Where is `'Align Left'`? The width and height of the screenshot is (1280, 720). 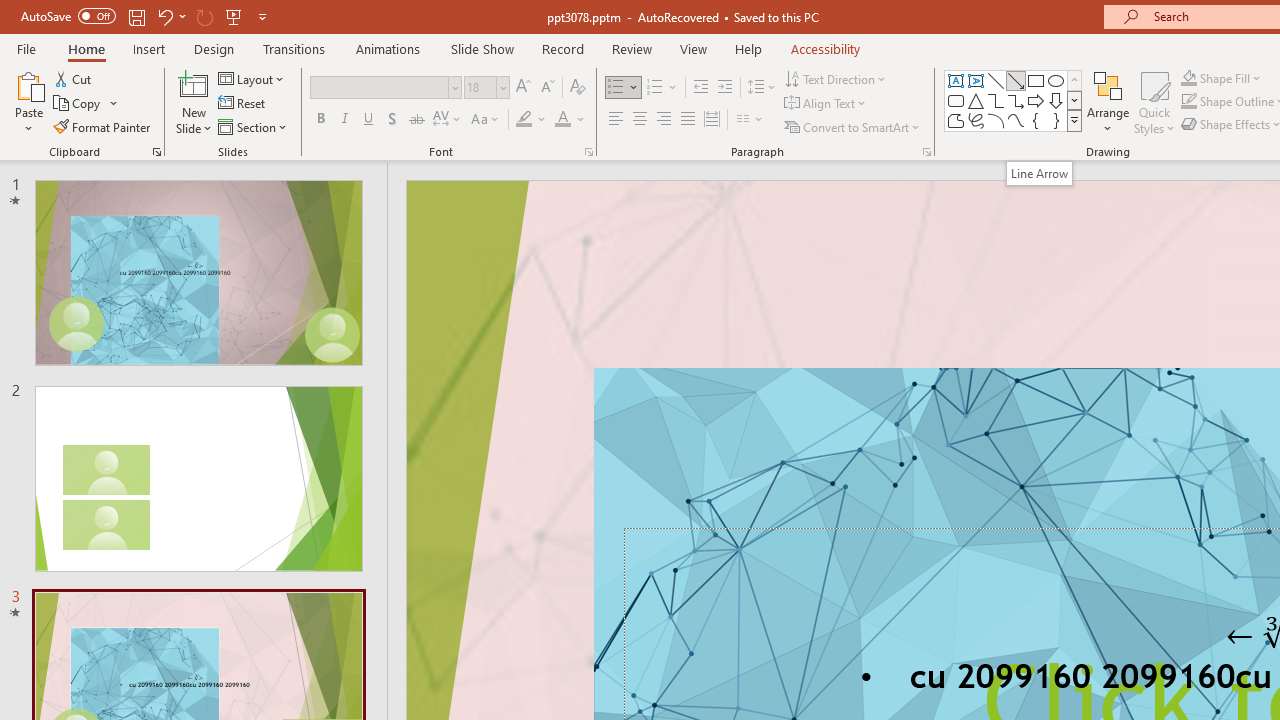
'Align Left' is located at coordinates (615, 119).